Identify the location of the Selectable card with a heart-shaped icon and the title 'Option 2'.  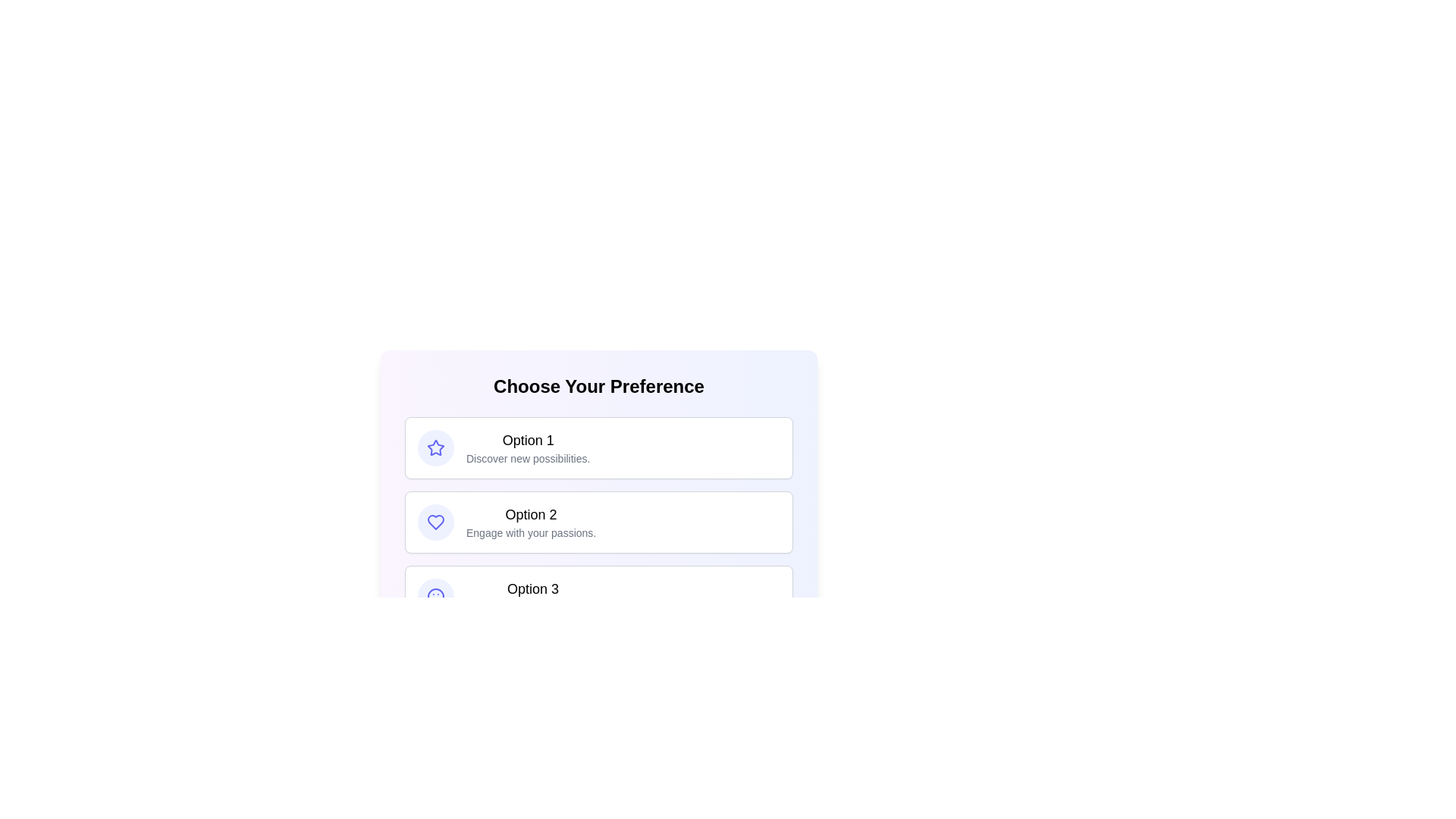
(598, 519).